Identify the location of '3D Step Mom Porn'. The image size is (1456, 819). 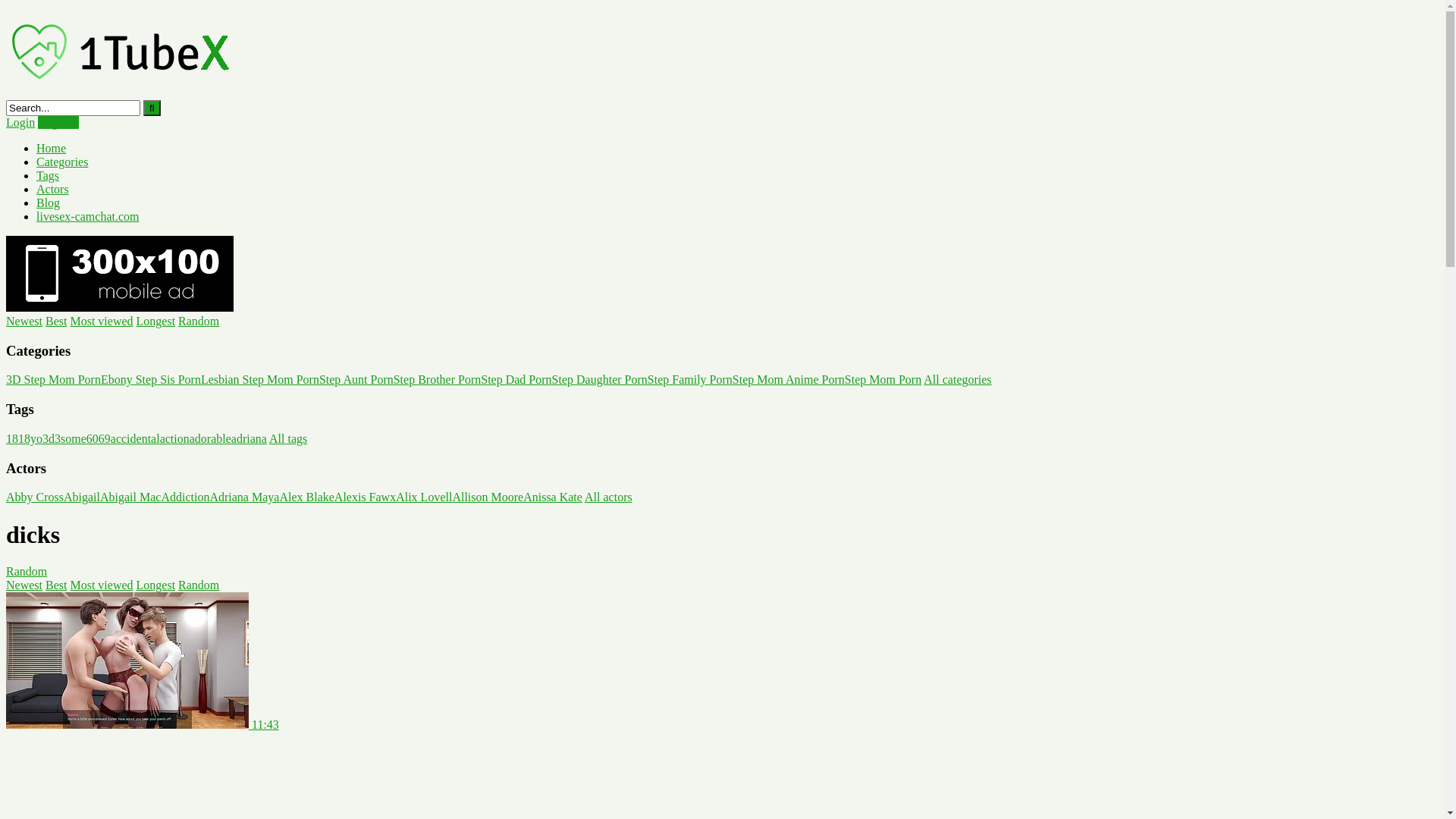
(6, 378).